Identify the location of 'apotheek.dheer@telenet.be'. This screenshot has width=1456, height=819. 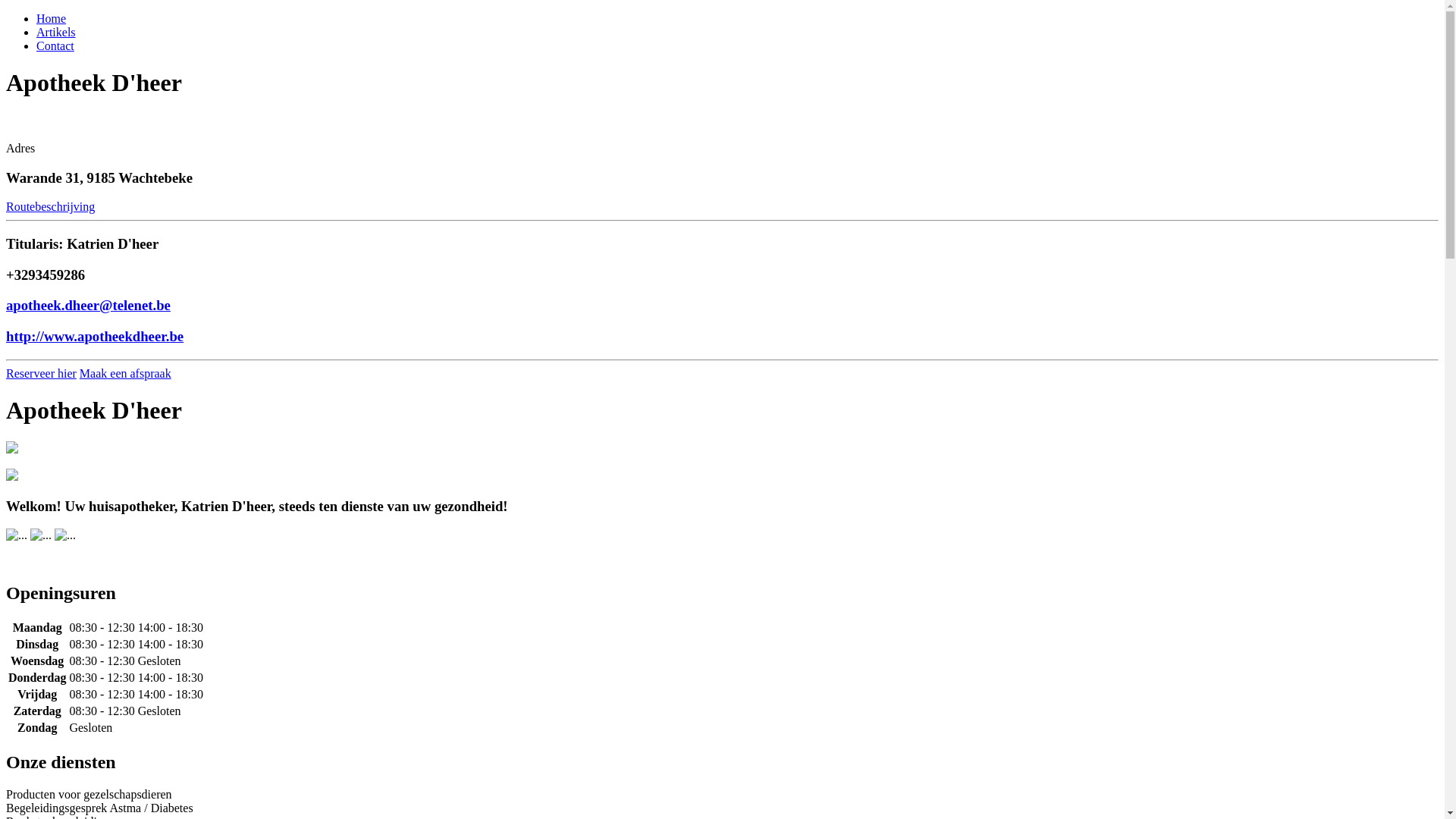
(87, 305).